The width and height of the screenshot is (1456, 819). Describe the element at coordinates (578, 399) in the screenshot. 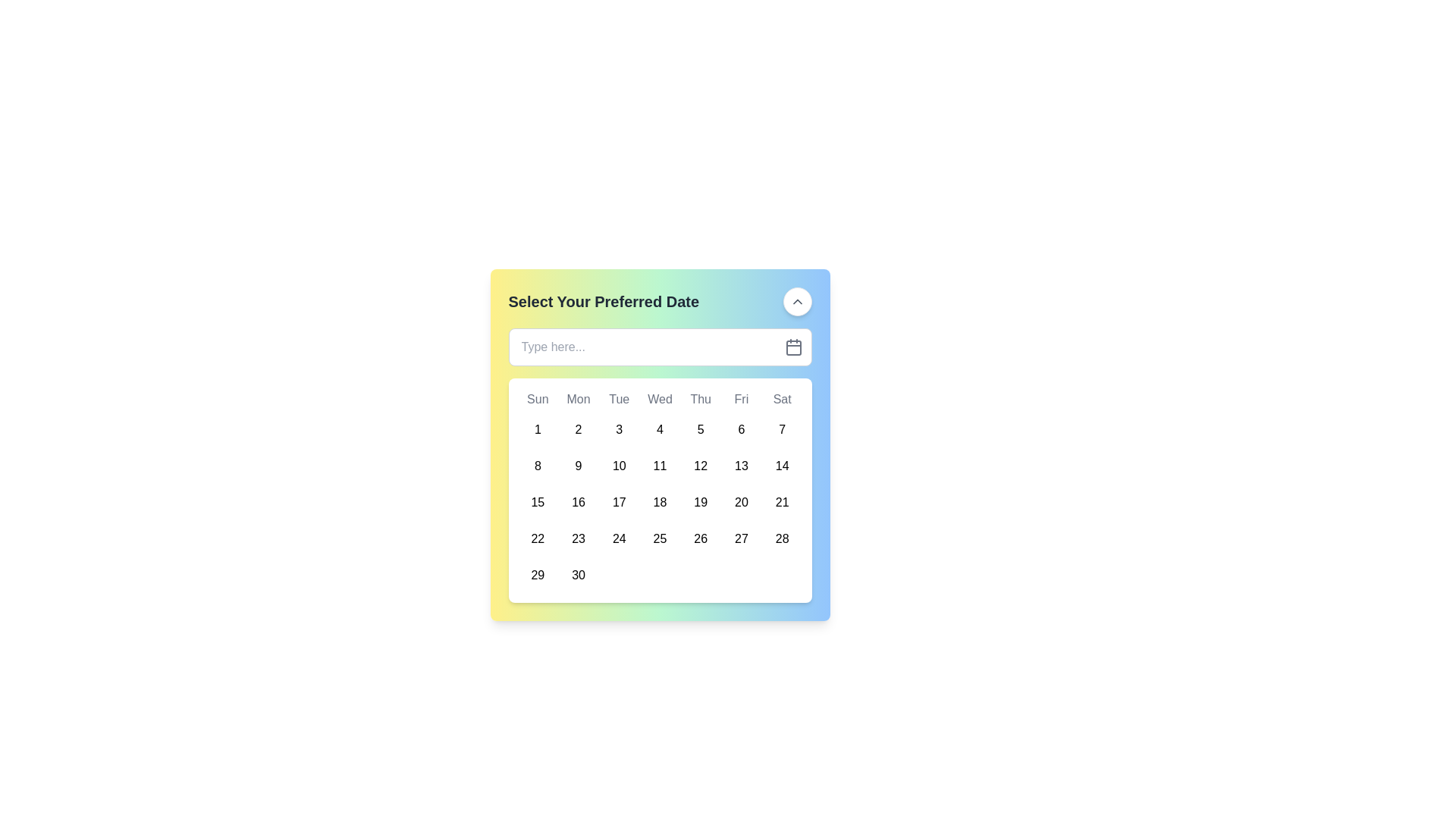

I see `the Text Label displaying 'Mon', which is styled in gray and positioned between 'Sun' and 'Tue' in the calendar component` at that location.